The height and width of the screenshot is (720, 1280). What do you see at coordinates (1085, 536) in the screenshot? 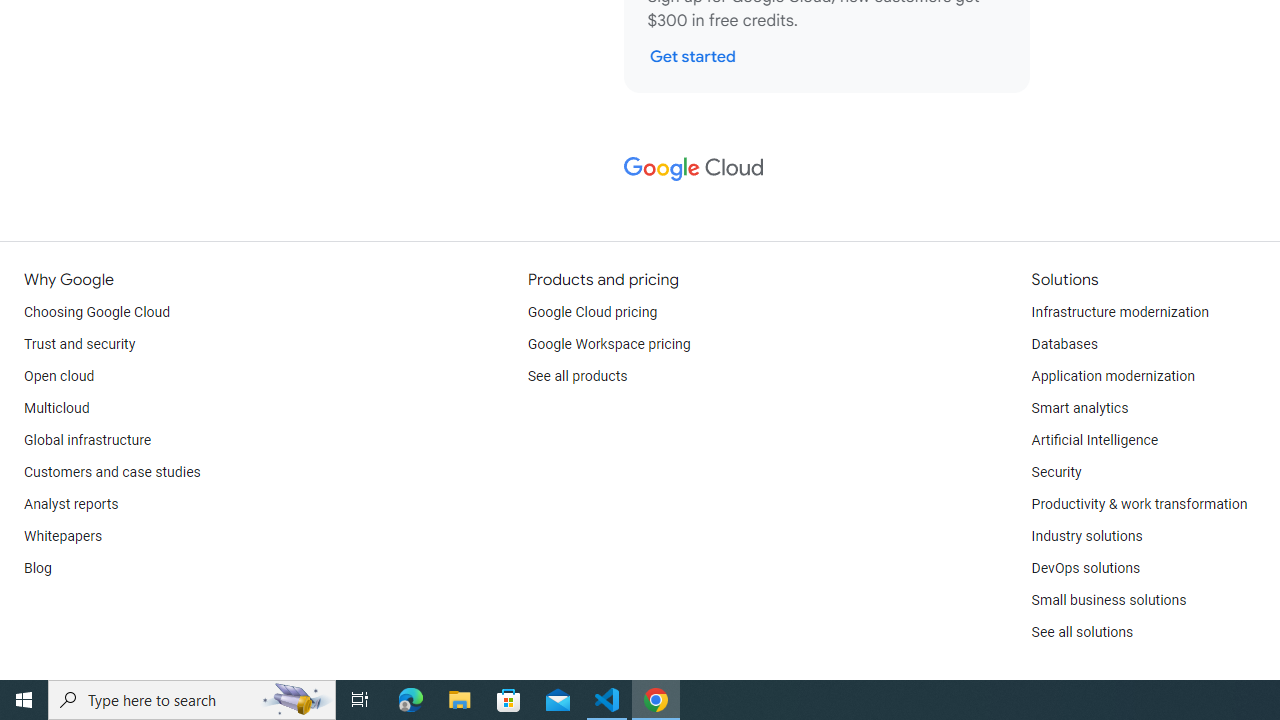
I see `'Industry solutions'` at bounding box center [1085, 536].